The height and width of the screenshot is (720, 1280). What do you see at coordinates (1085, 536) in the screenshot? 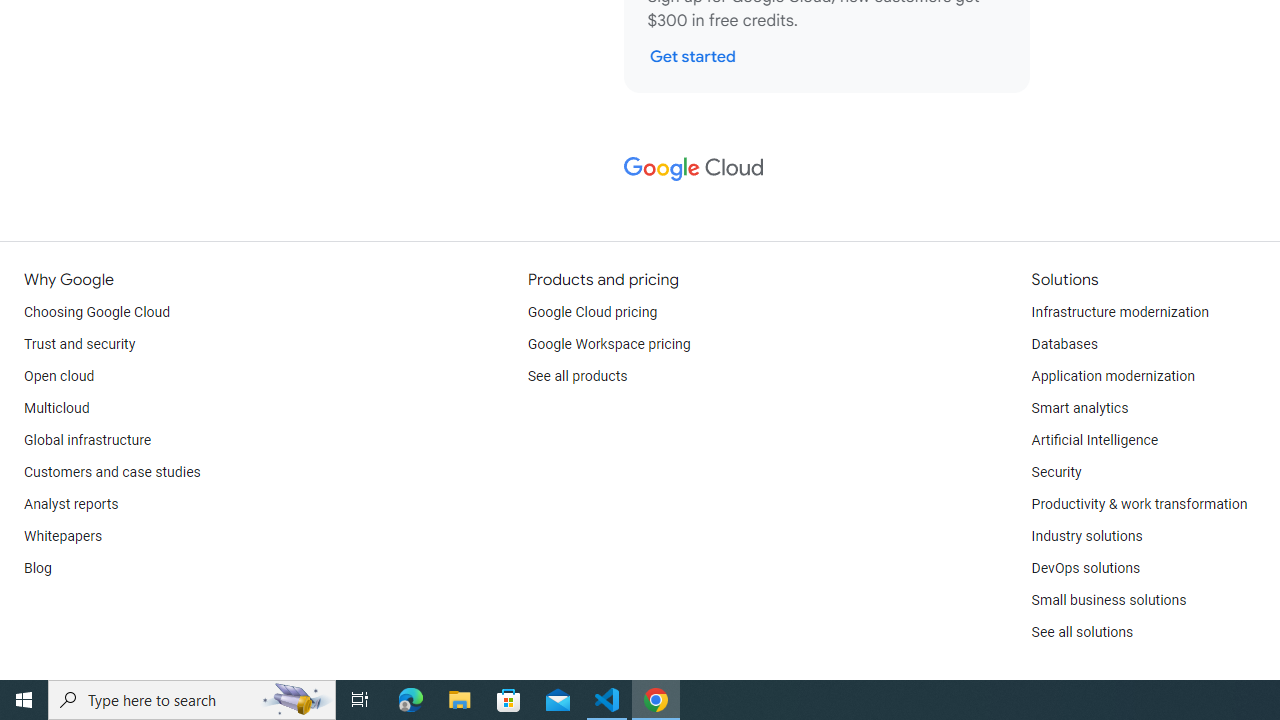
I see `'Industry solutions'` at bounding box center [1085, 536].